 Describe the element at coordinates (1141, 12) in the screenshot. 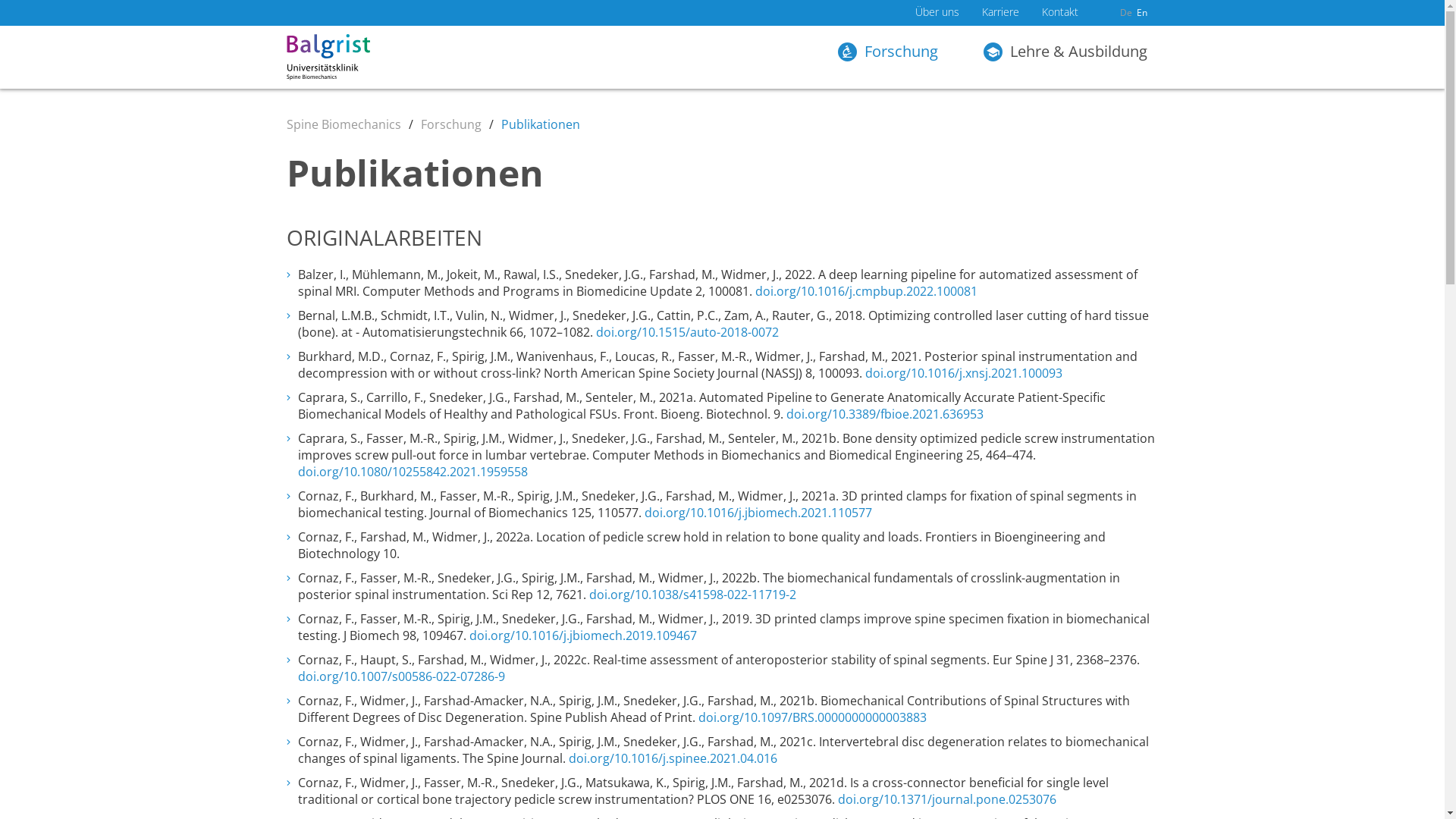

I see `'En'` at that location.